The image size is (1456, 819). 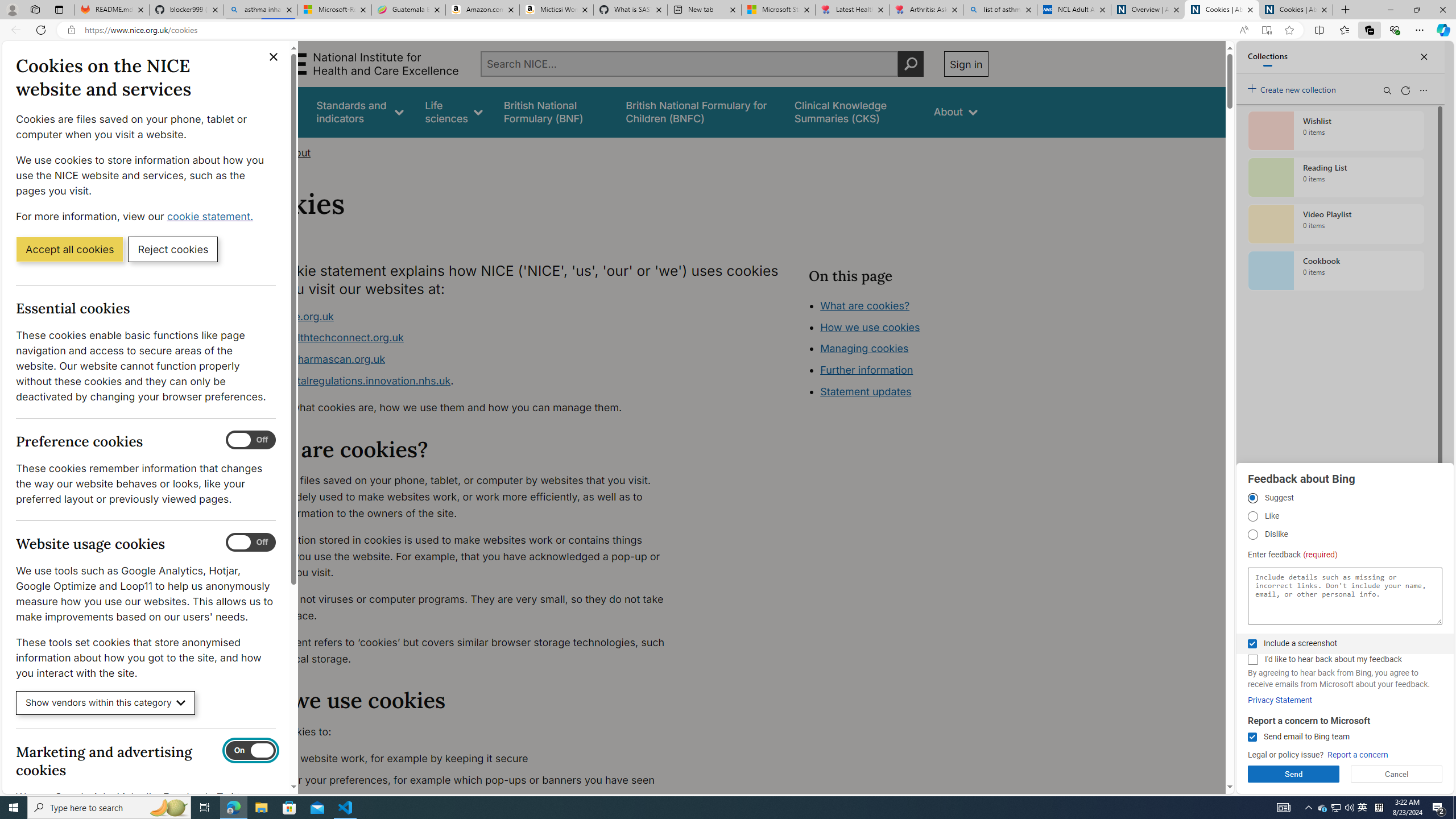 What do you see at coordinates (1252, 659) in the screenshot?
I see `'I'` at bounding box center [1252, 659].